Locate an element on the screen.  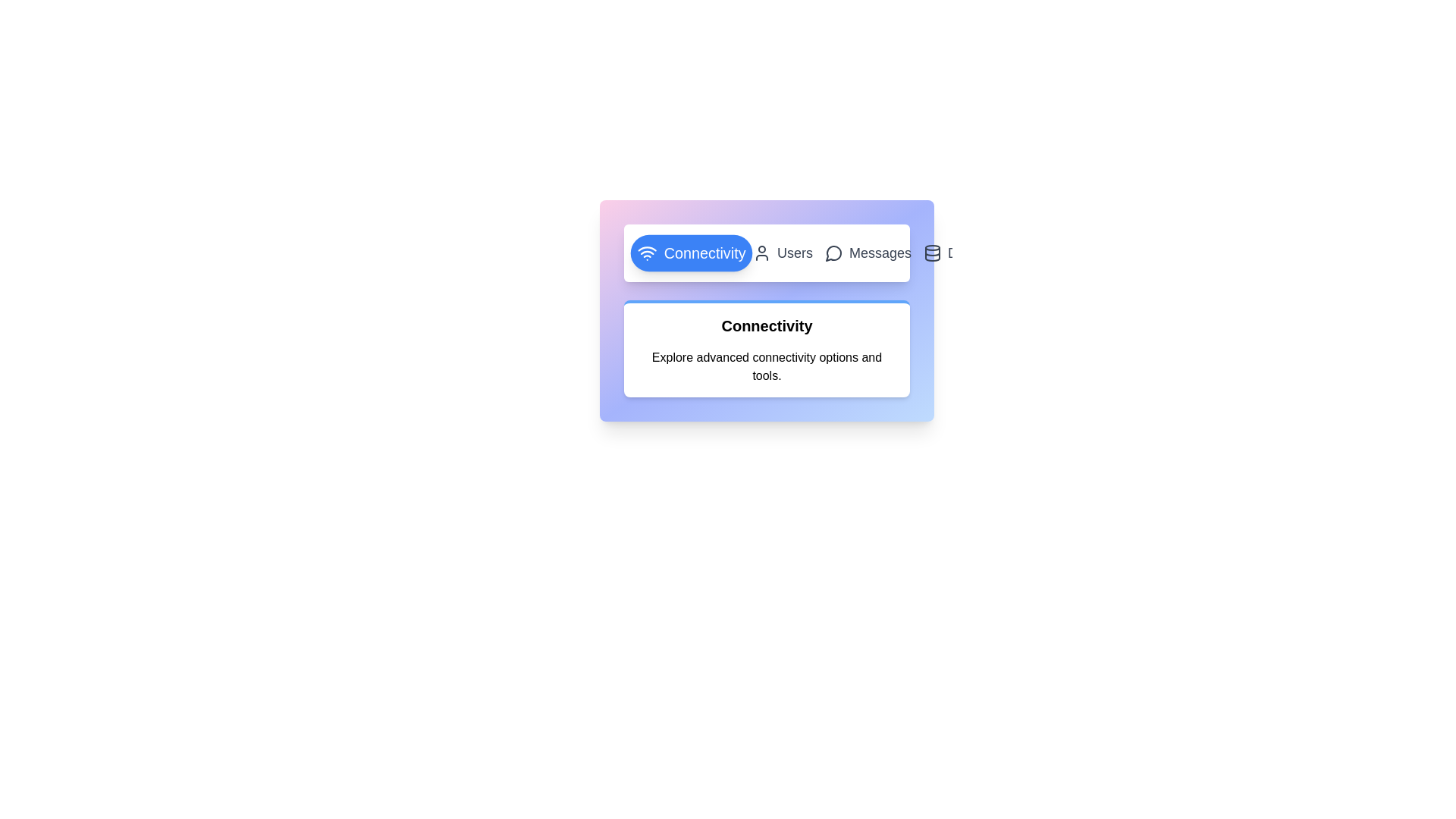
the tab labeled Data to preview its hover effect is located at coordinates (949, 253).